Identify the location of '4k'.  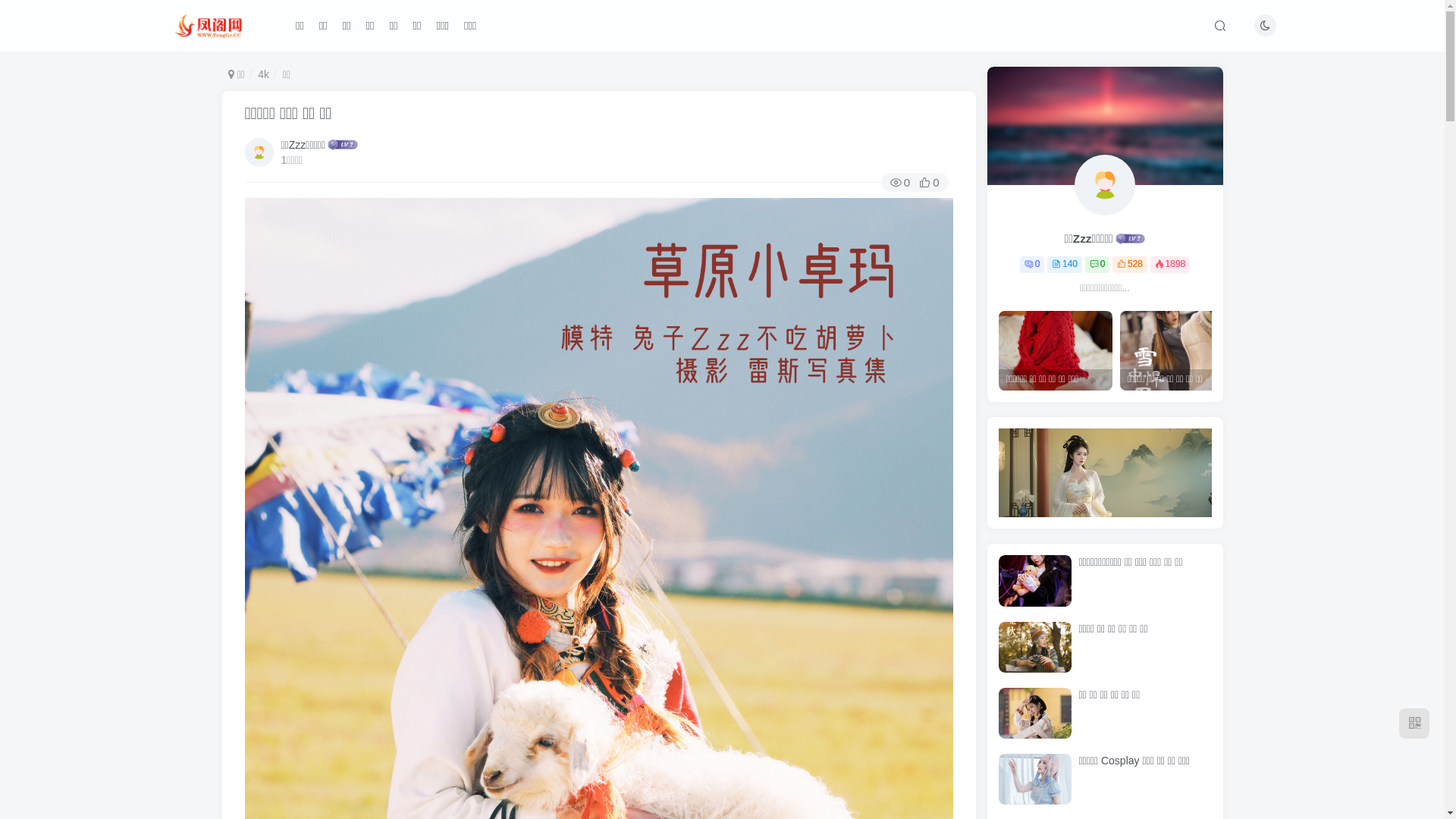
(263, 74).